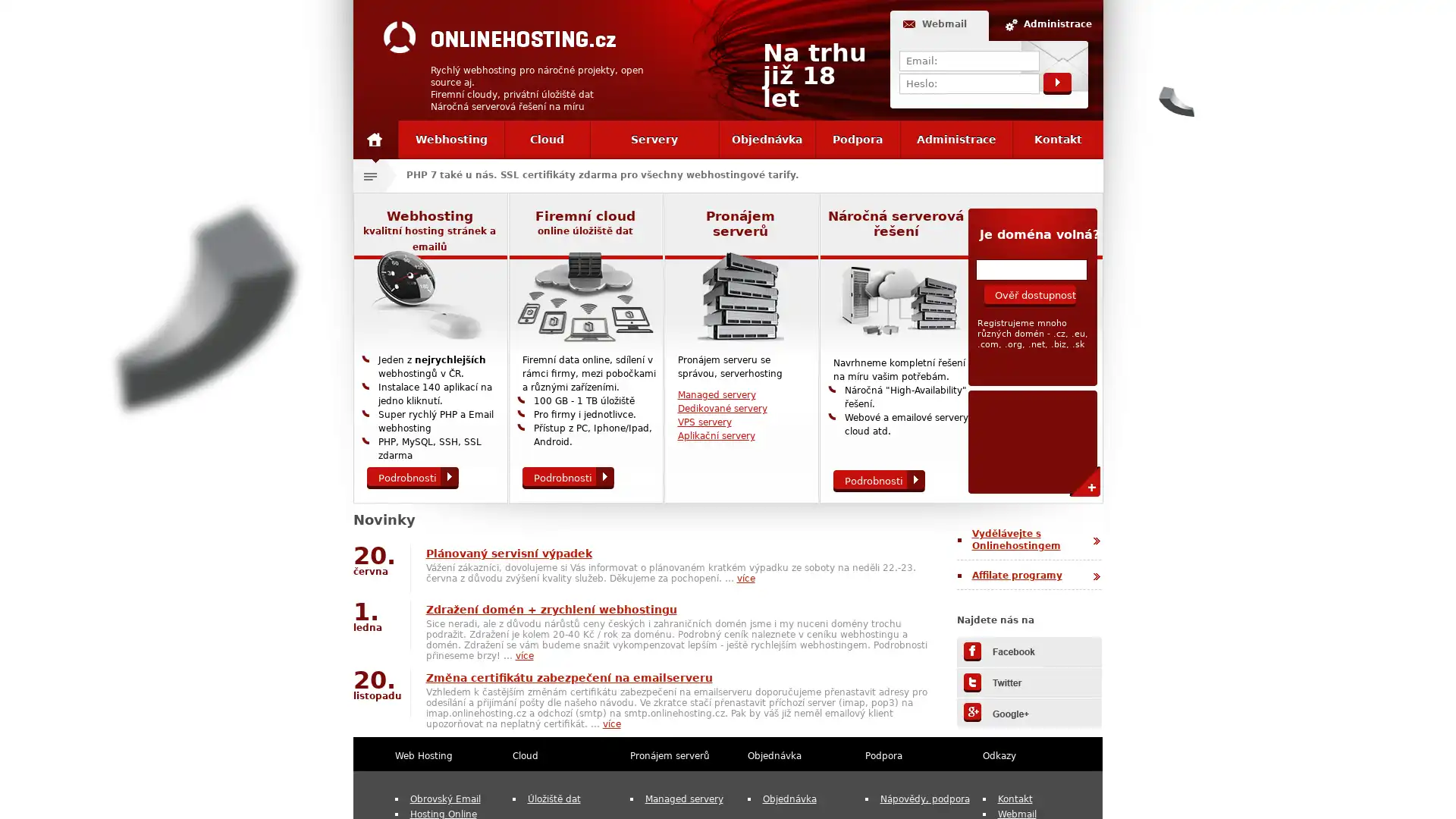 This screenshot has width=1456, height=819. Describe the element at coordinates (878, 481) in the screenshot. I see `Podrobnosti` at that location.